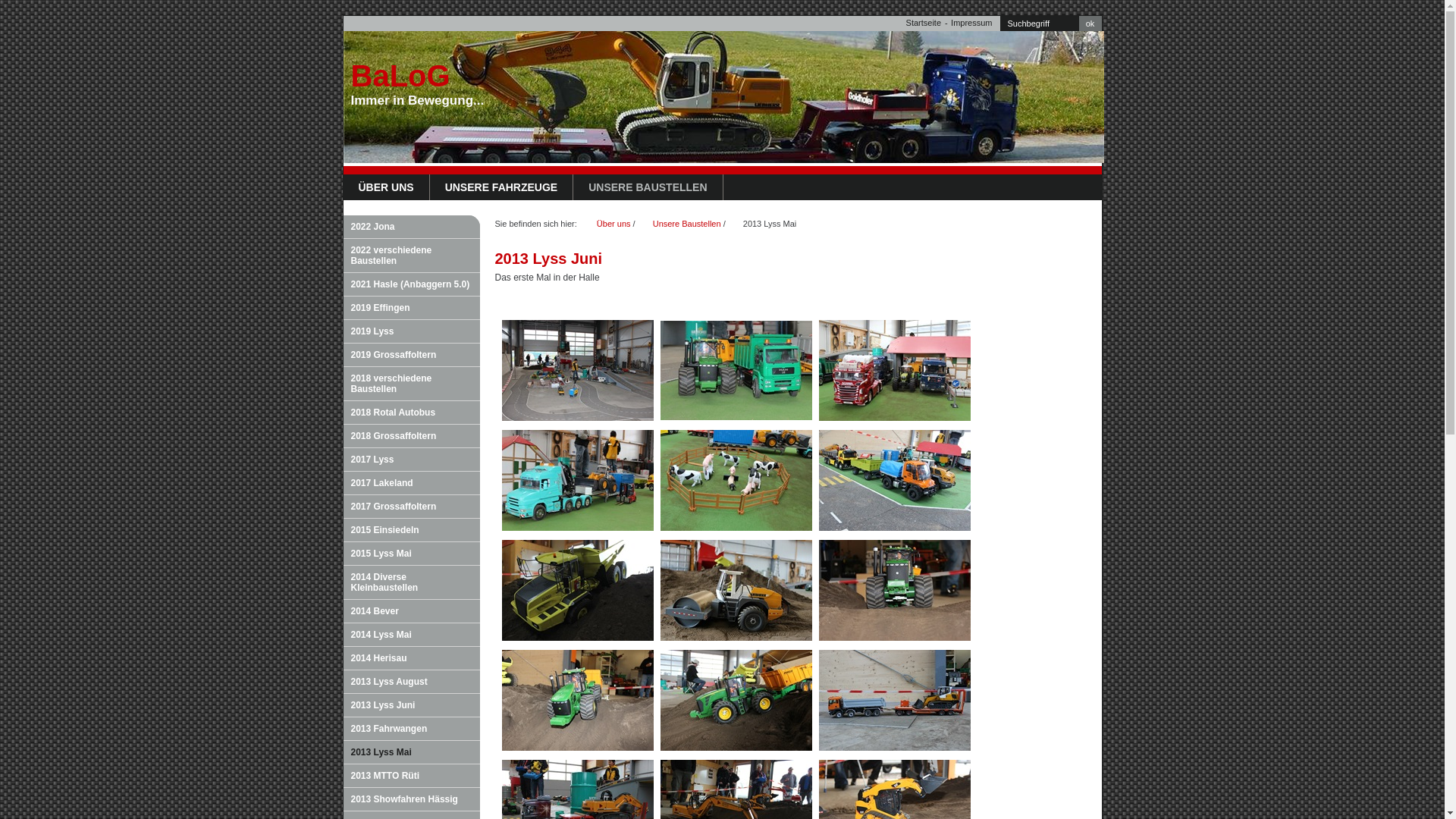 This screenshot has height=819, width=1456. What do you see at coordinates (971, 23) in the screenshot?
I see `'Impressum'` at bounding box center [971, 23].